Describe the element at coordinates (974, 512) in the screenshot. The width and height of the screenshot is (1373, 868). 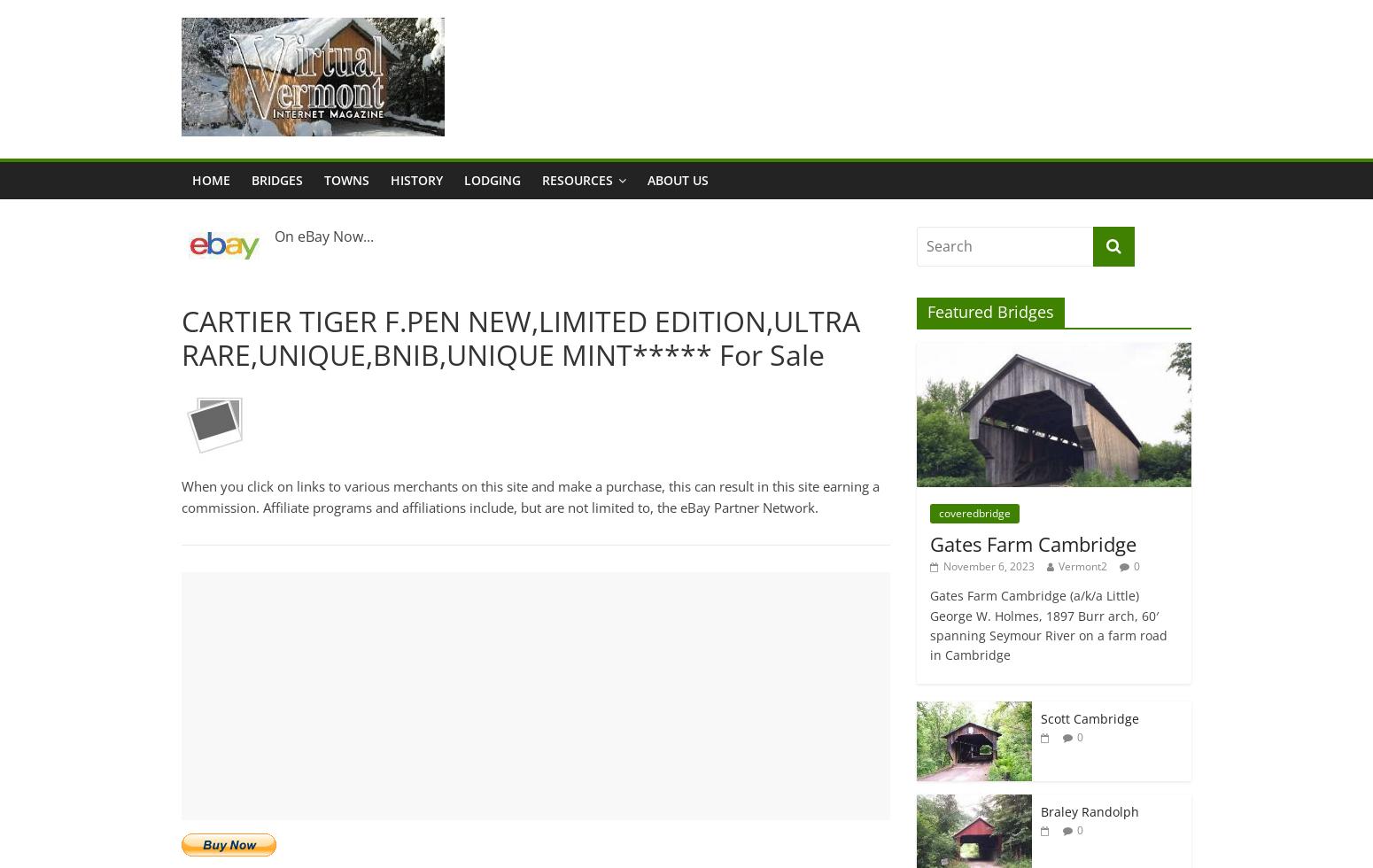
I see `'coveredbridge'` at that location.